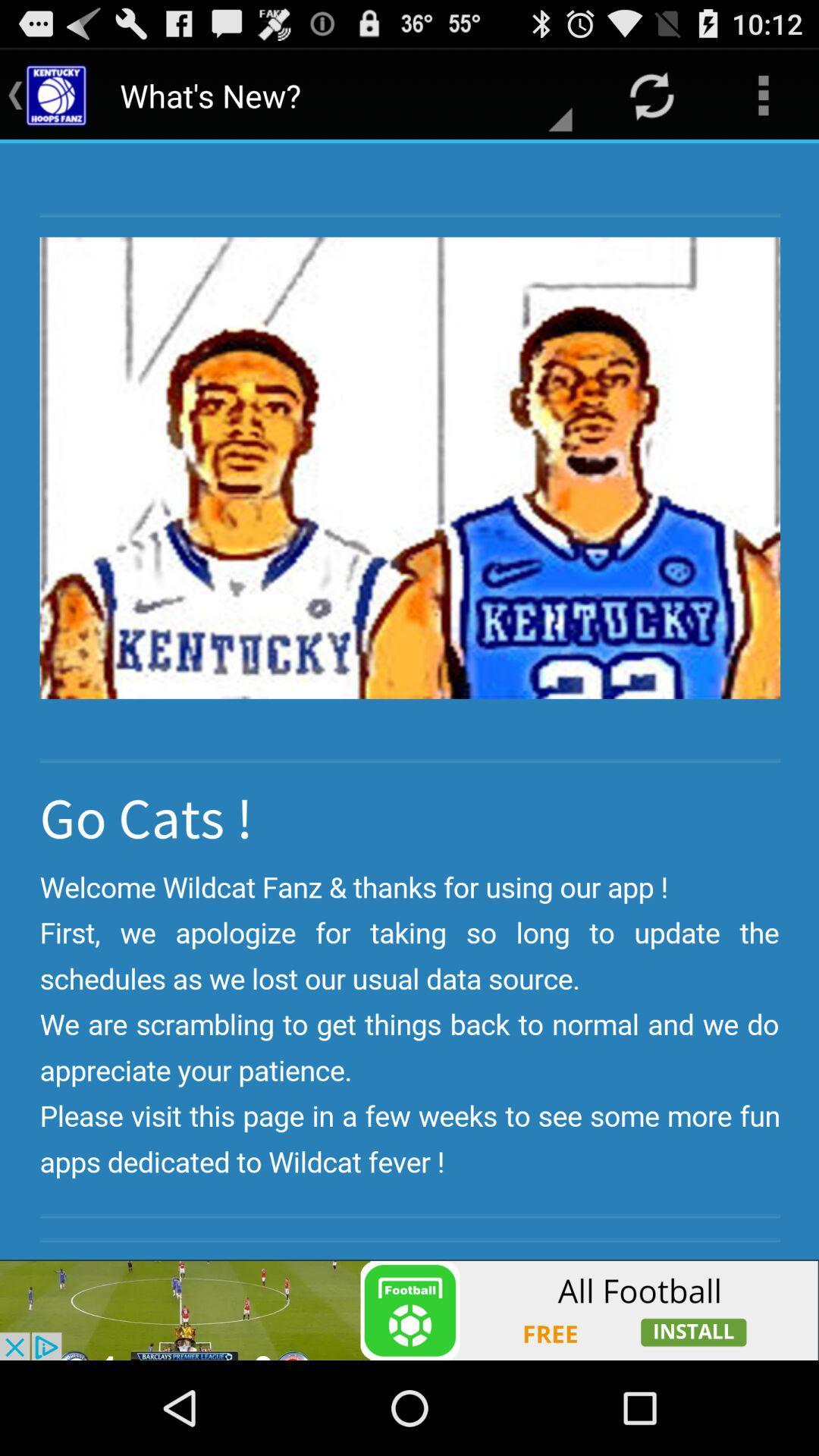  Describe the element at coordinates (409, 1310) in the screenshot. I see `advertisement about foodball` at that location.